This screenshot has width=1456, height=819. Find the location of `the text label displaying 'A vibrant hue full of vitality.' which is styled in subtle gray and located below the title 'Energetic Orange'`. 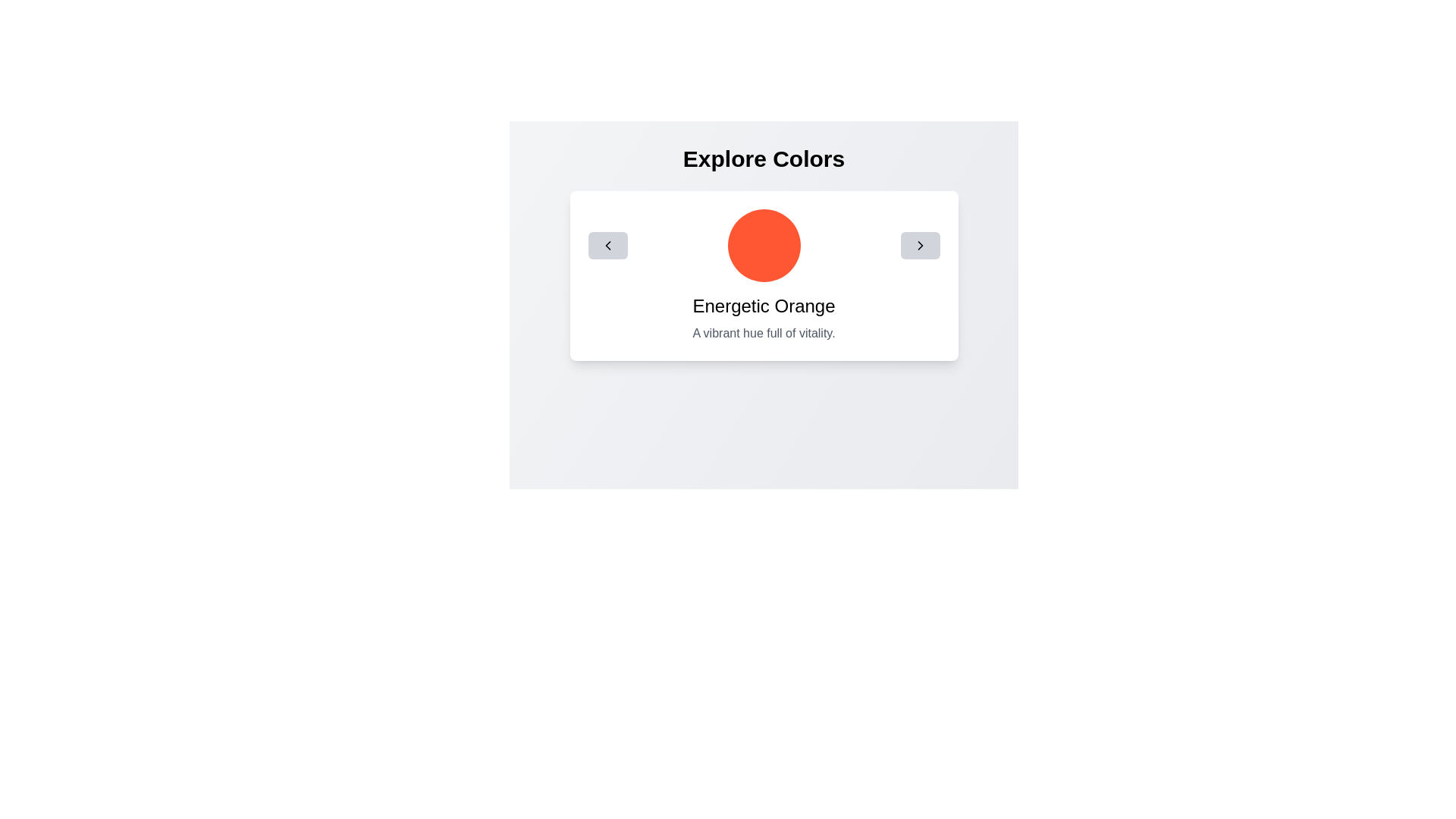

the text label displaying 'A vibrant hue full of vitality.' which is styled in subtle gray and located below the title 'Energetic Orange' is located at coordinates (764, 332).